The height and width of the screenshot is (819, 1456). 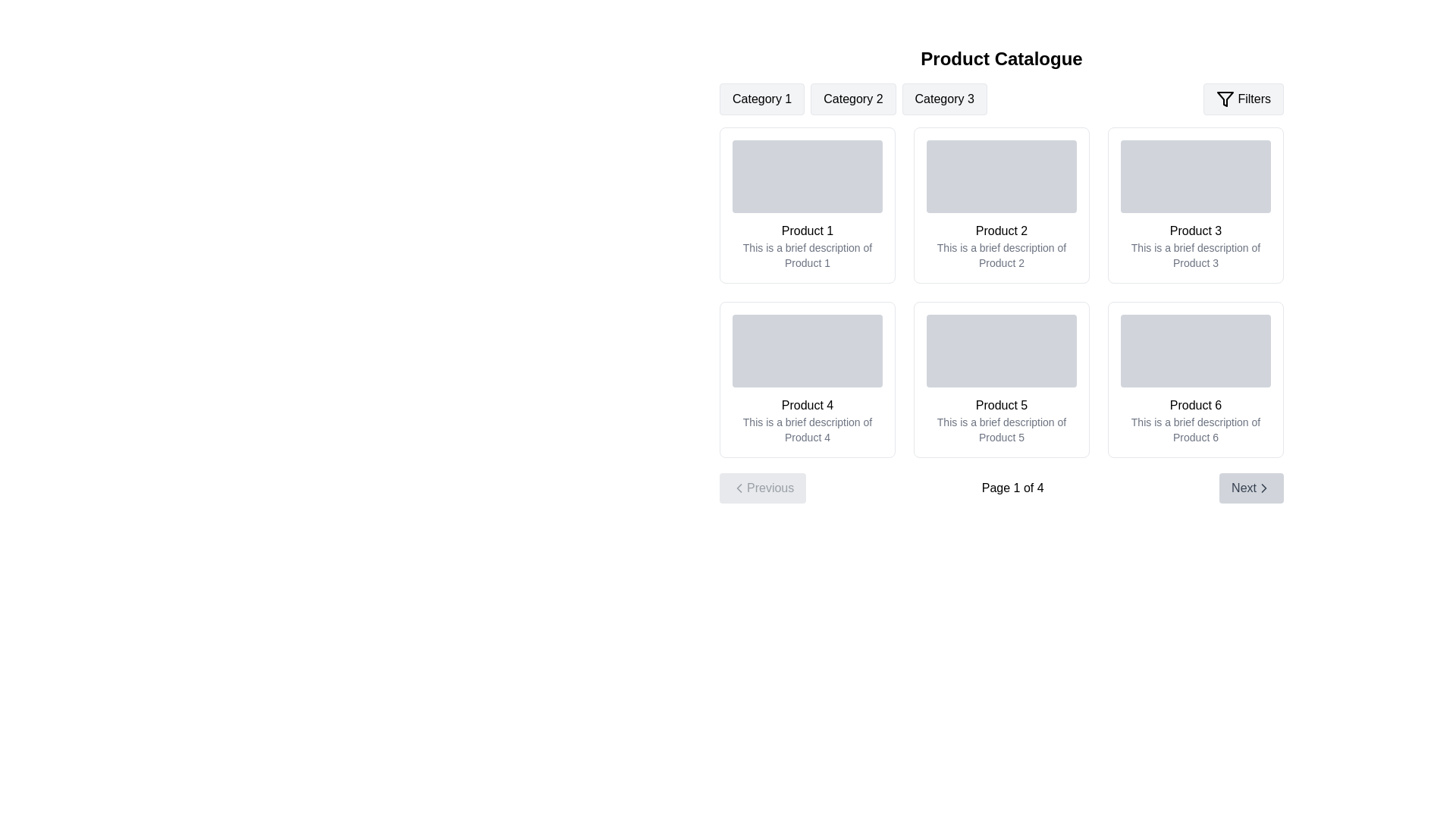 What do you see at coordinates (739, 488) in the screenshot?
I see `the leftward chevron icon used for navigation, which is part of the 'Previous' button at the bottom-left of the page` at bounding box center [739, 488].